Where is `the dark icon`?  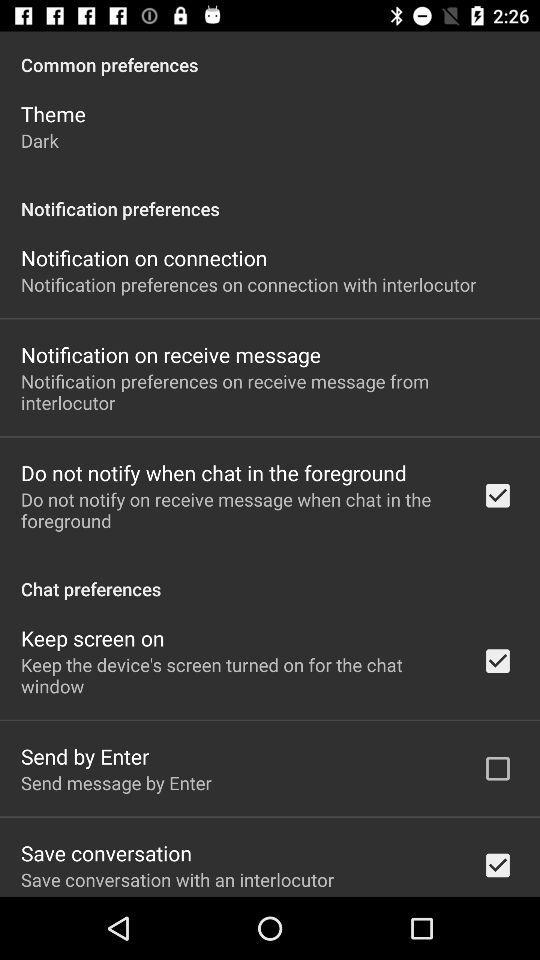 the dark icon is located at coordinates (39, 139).